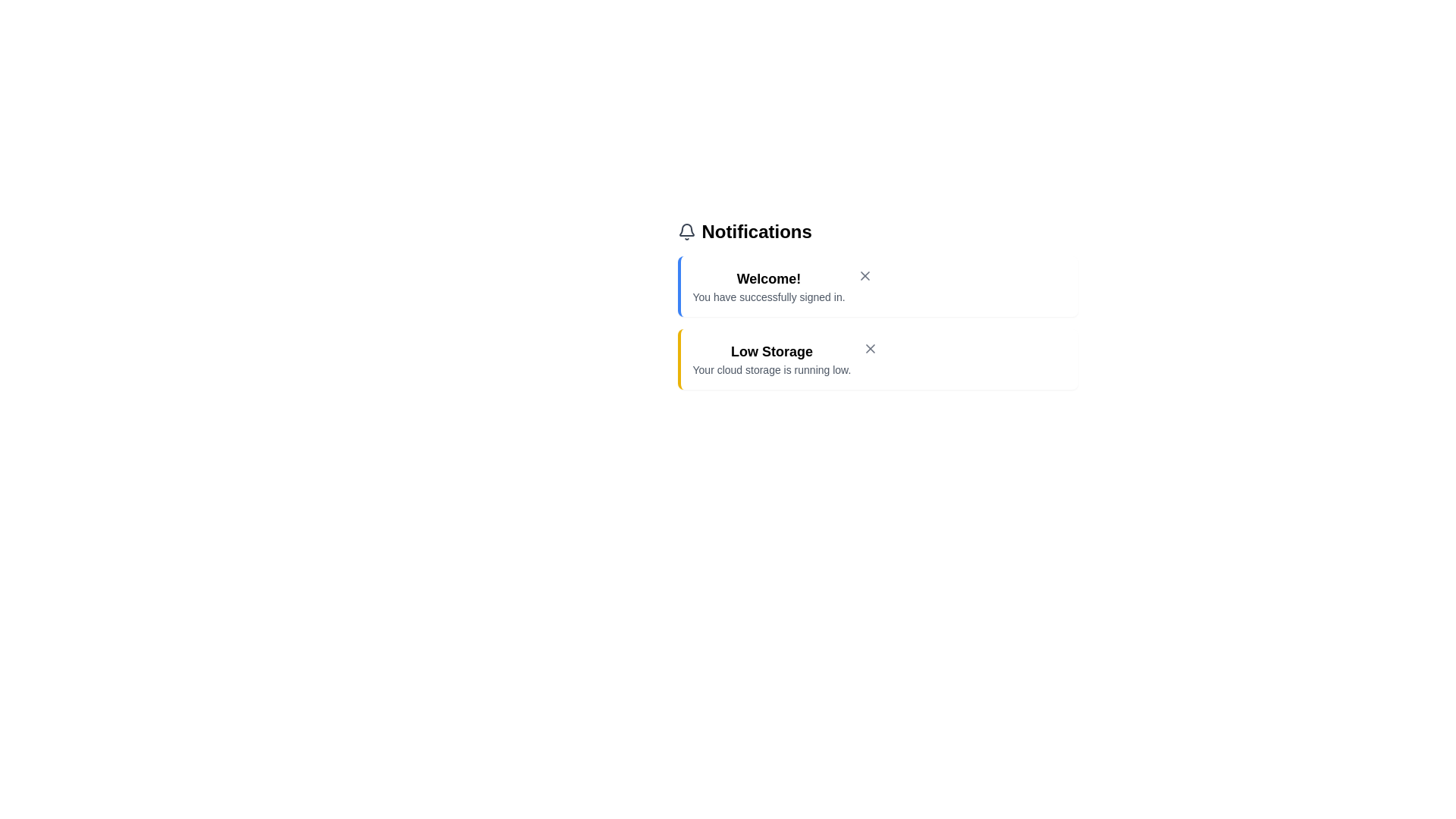 This screenshot has width=1456, height=819. Describe the element at coordinates (864, 275) in the screenshot. I see `the close button located at the right end of the notification box that contains the title 'Welcome!' and the subtitle 'You have successfully signed in.'` at that location.